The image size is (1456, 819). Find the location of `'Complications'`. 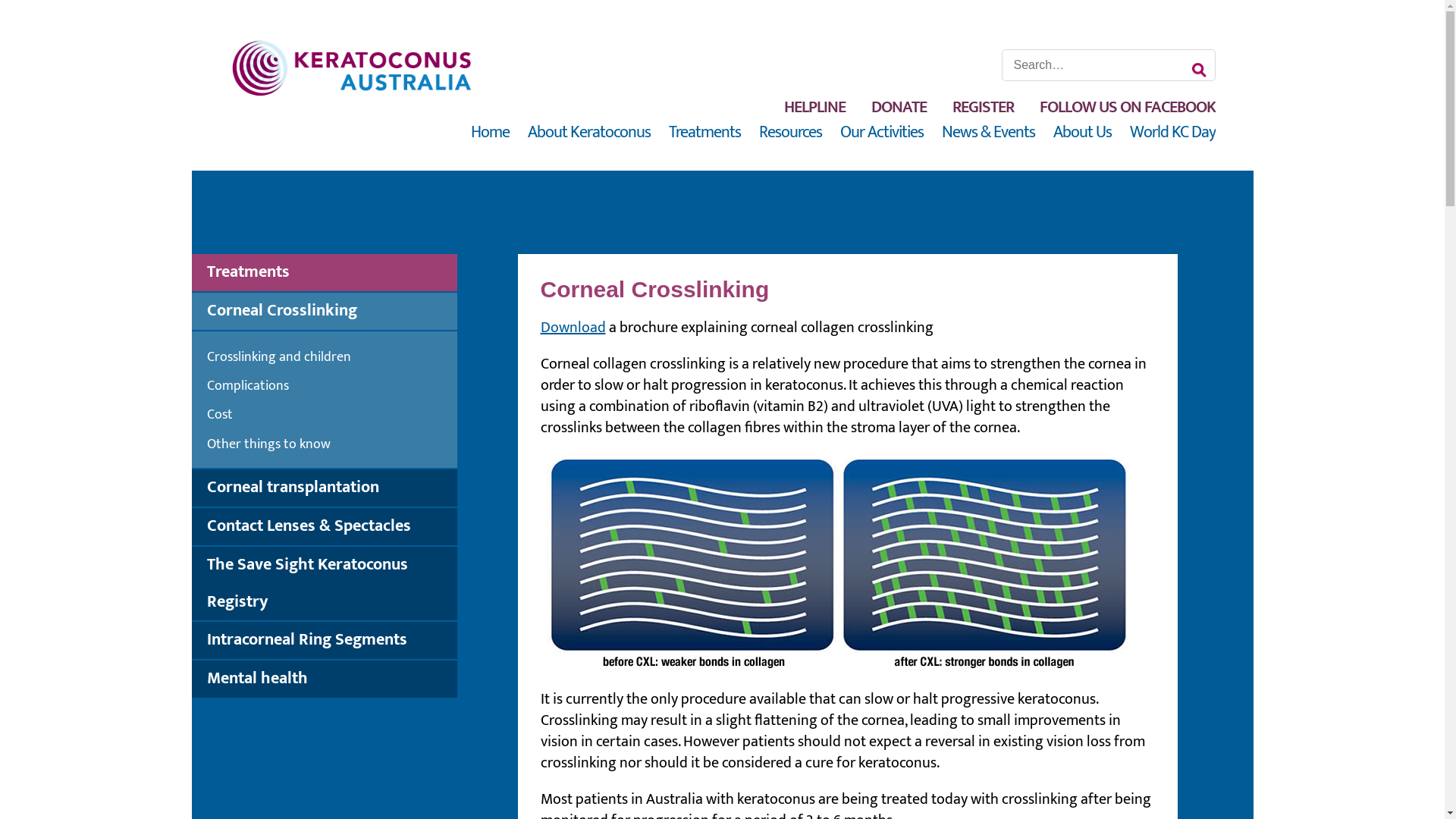

'Complications' is located at coordinates (330, 385).